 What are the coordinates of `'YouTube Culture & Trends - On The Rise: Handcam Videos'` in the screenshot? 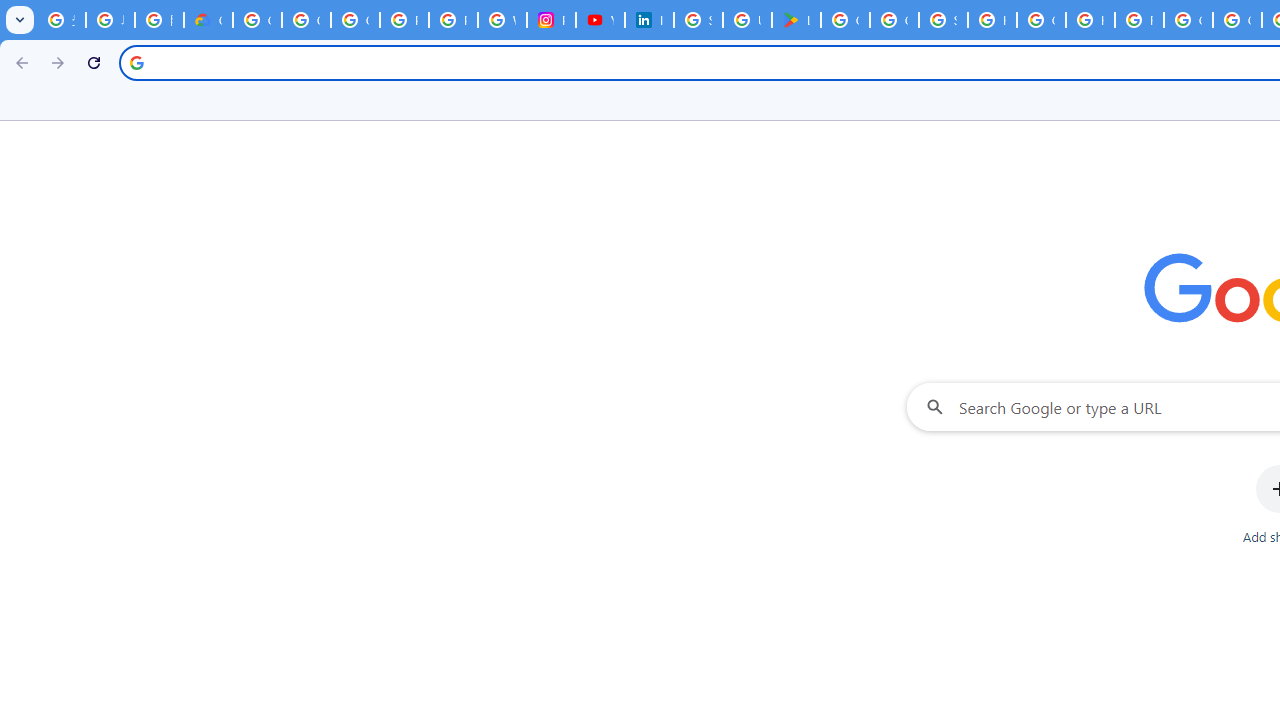 It's located at (599, 20).